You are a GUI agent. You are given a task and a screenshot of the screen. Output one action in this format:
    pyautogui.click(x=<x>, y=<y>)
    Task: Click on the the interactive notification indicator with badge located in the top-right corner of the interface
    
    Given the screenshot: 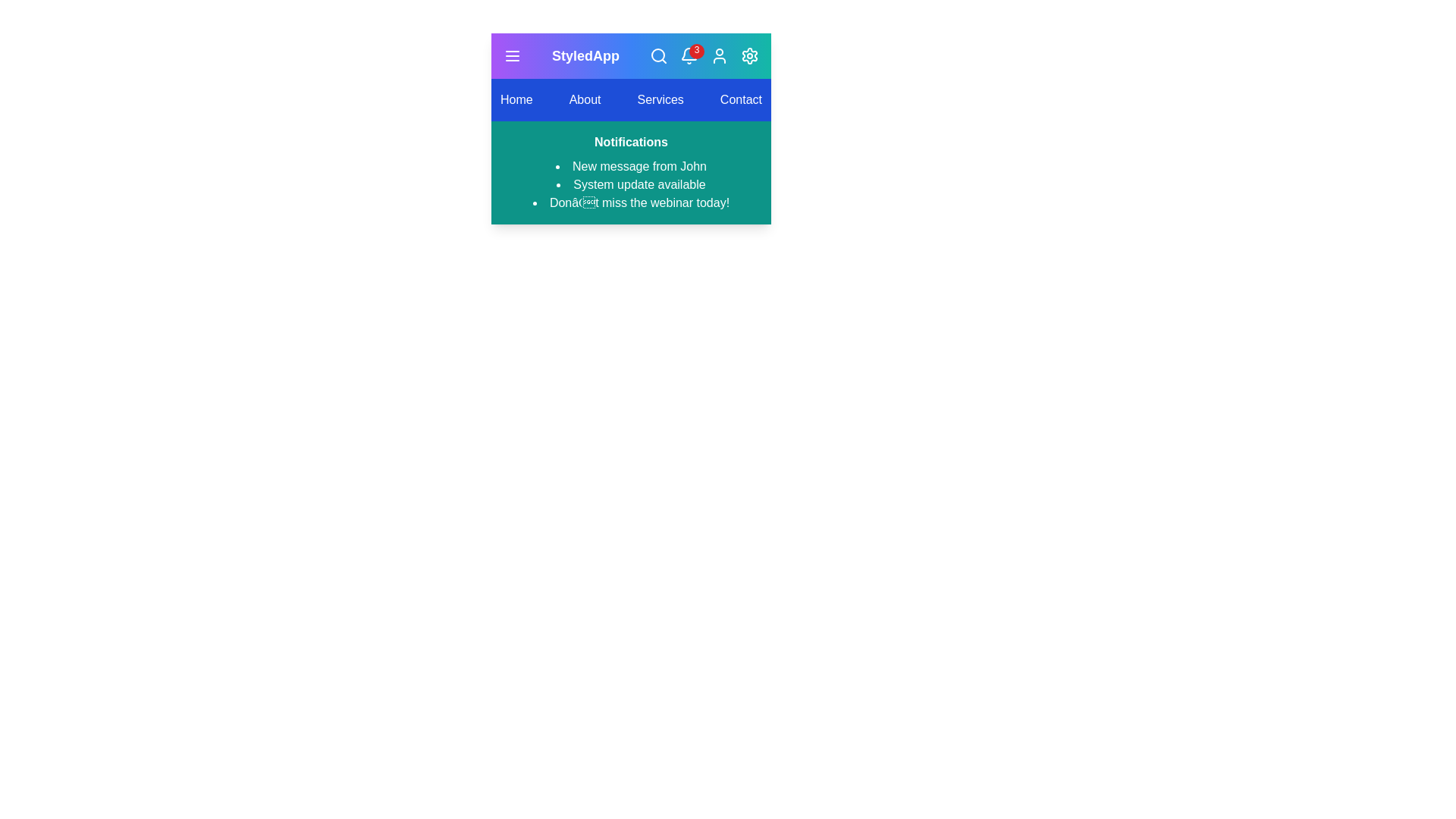 What is the action you would take?
    pyautogui.click(x=688, y=55)
    